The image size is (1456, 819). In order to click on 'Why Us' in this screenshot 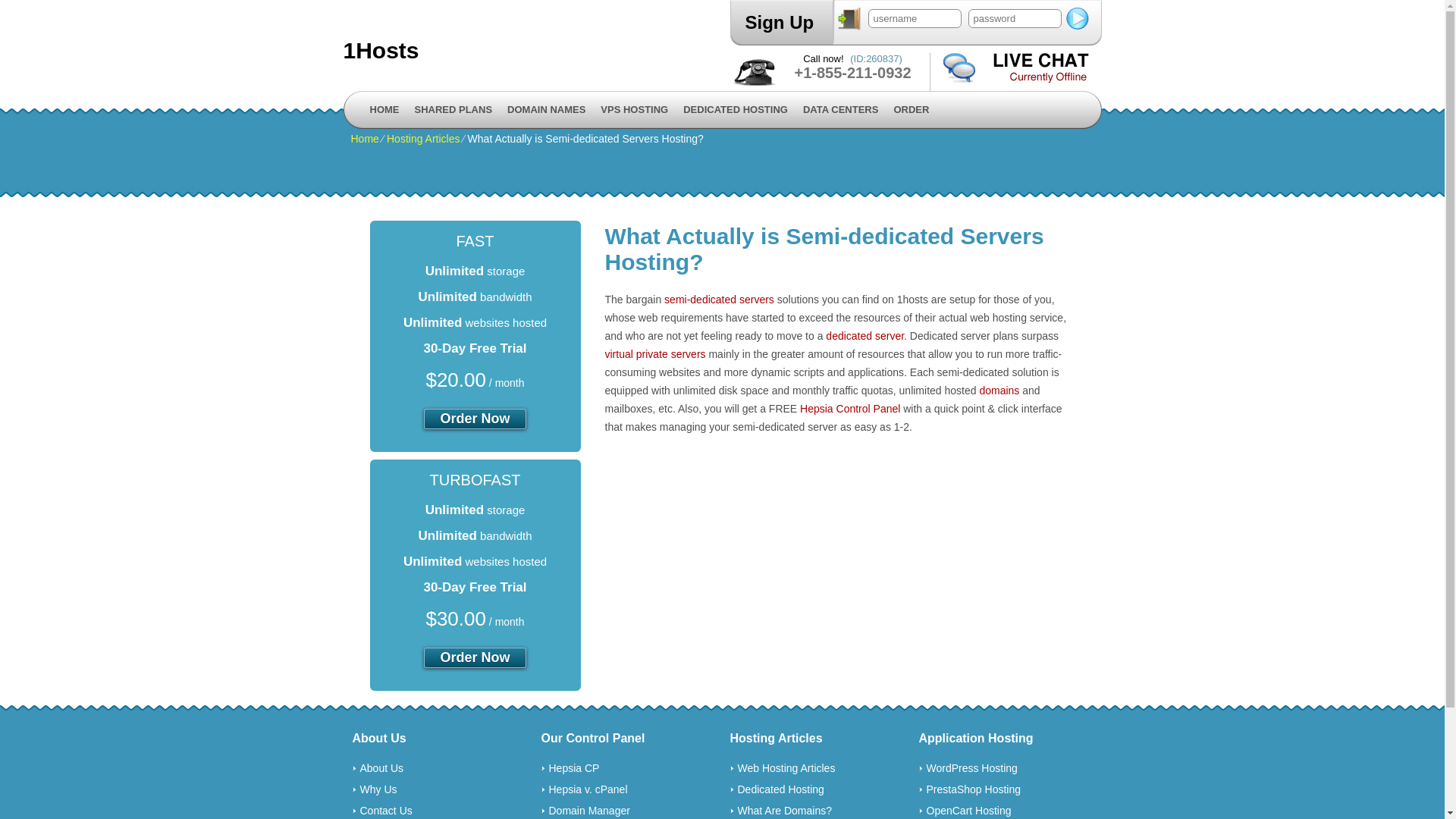, I will do `click(378, 789)`.